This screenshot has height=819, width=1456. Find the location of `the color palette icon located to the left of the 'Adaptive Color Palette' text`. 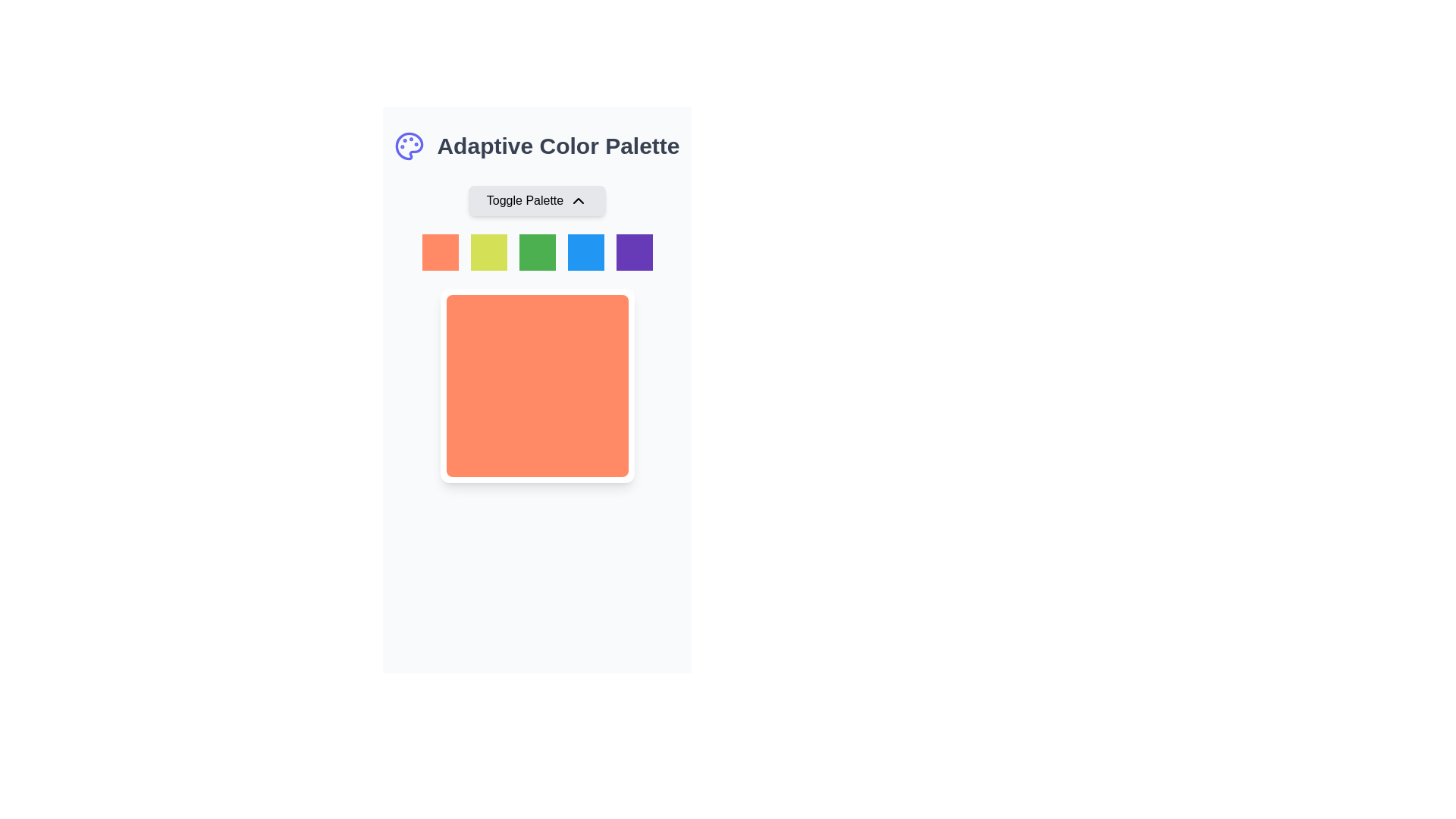

the color palette icon located to the left of the 'Adaptive Color Palette' text is located at coordinates (409, 146).